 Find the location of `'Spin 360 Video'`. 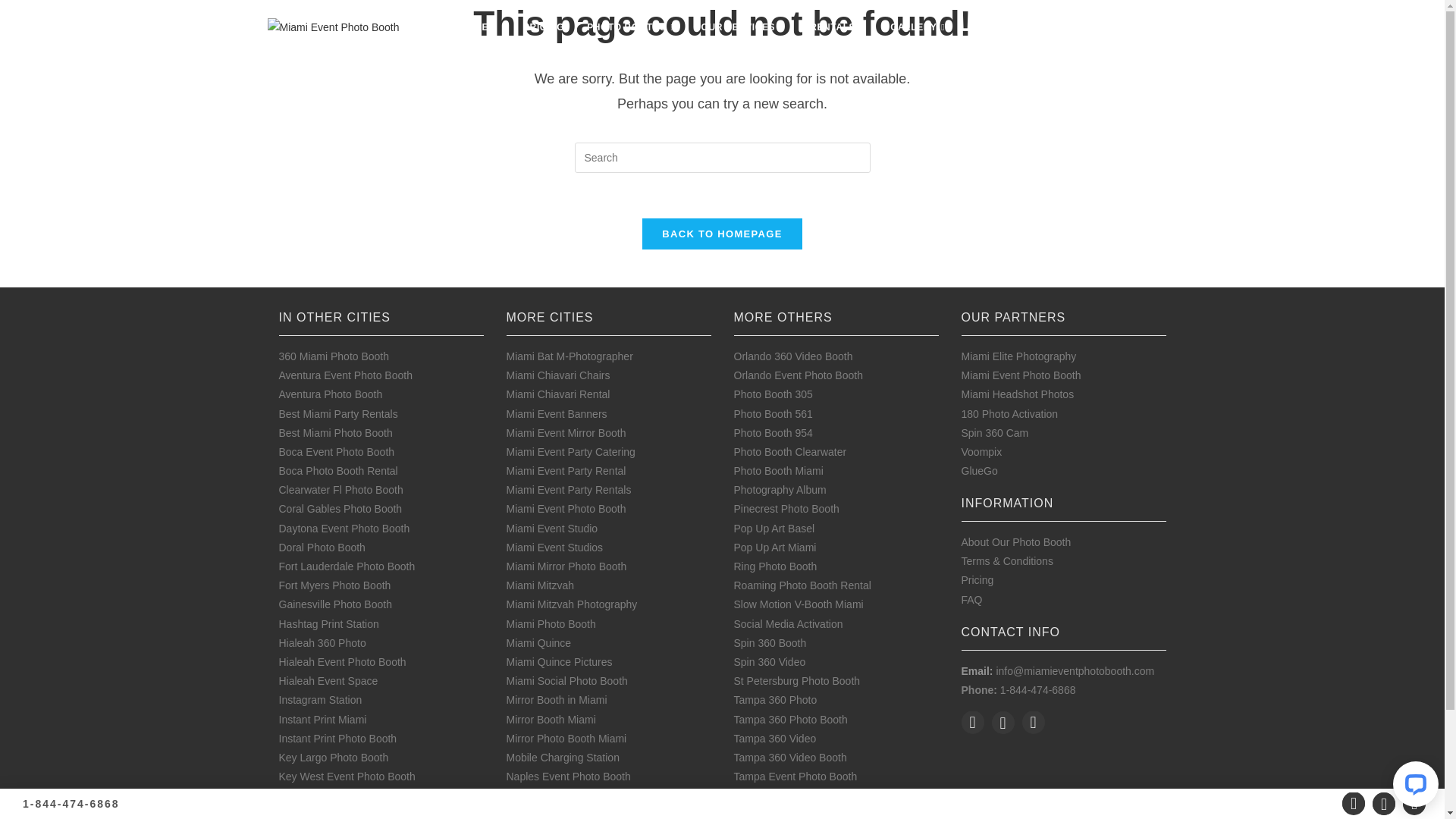

'Spin 360 Video' is located at coordinates (770, 661).